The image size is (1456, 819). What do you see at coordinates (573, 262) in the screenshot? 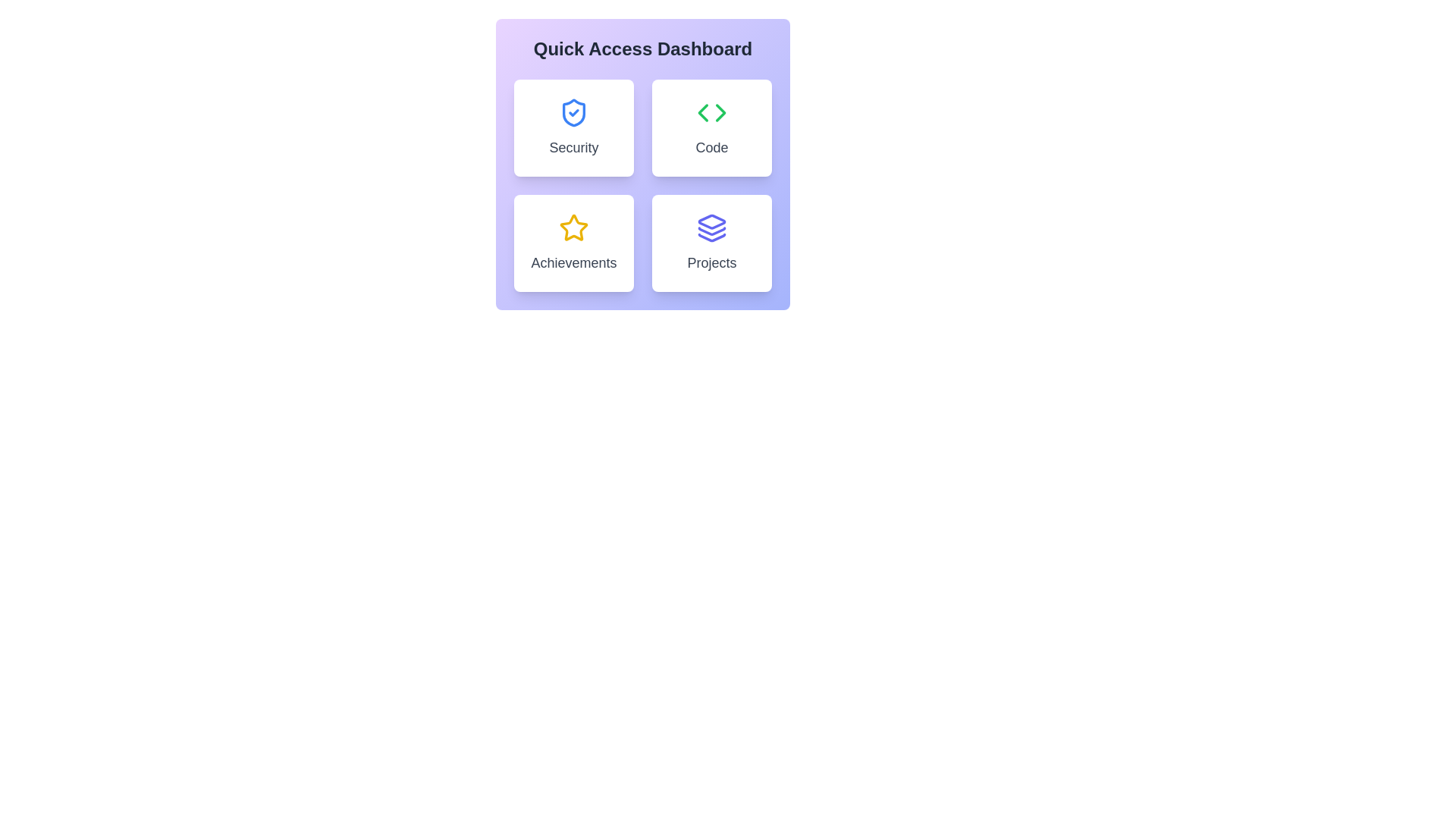
I see `the labeled navigation link that directs to the 'Achievements' section, located in the bottom-left quadrant of the card layout in the 'Quick Access Dashboard'` at bounding box center [573, 262].